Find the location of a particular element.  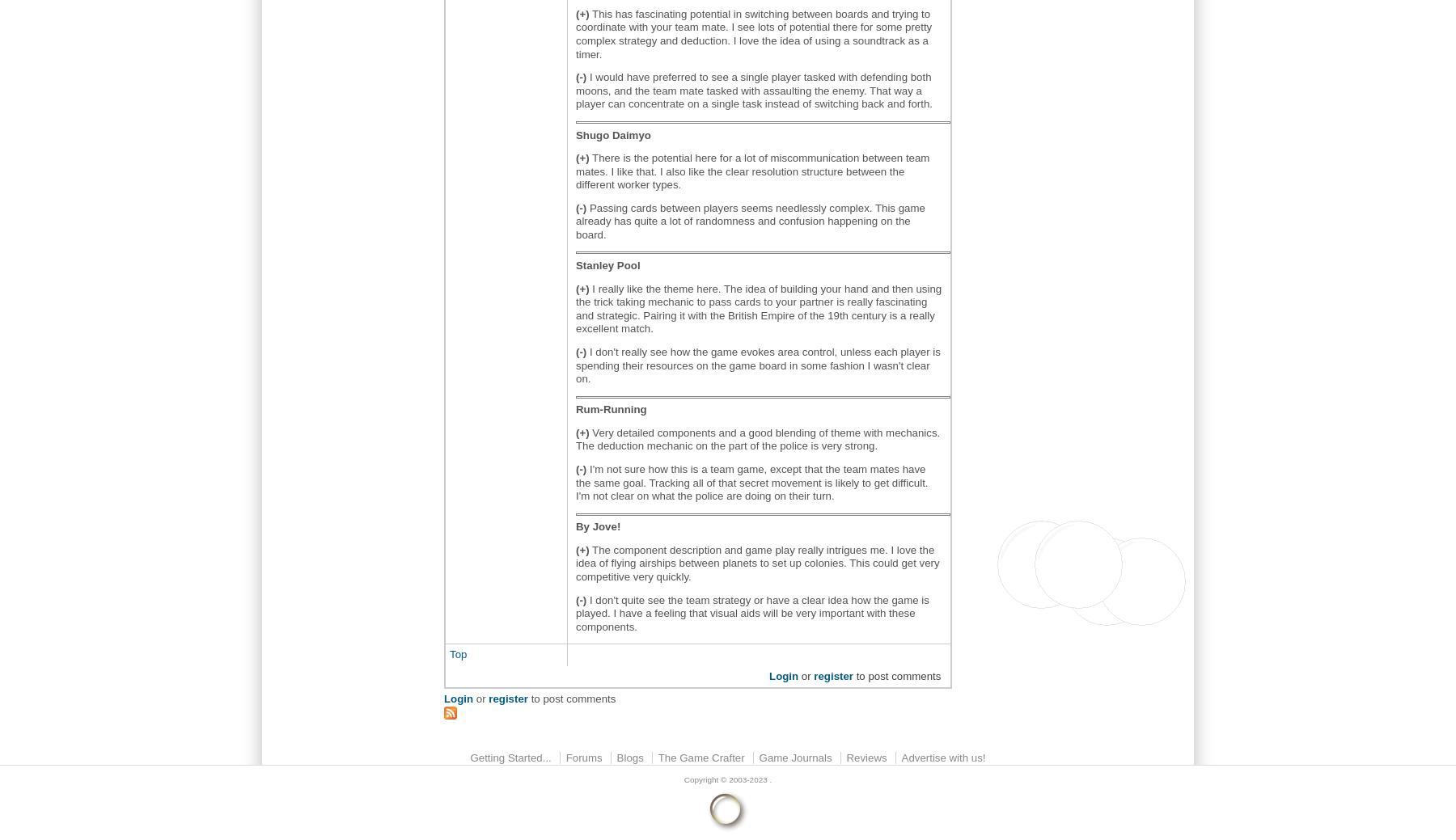

'There is the potential here for a lot of miscommunication between team mates. I like that. I also like the clear resolution structure between the different worker types.' is located at coordinates (751, 171).